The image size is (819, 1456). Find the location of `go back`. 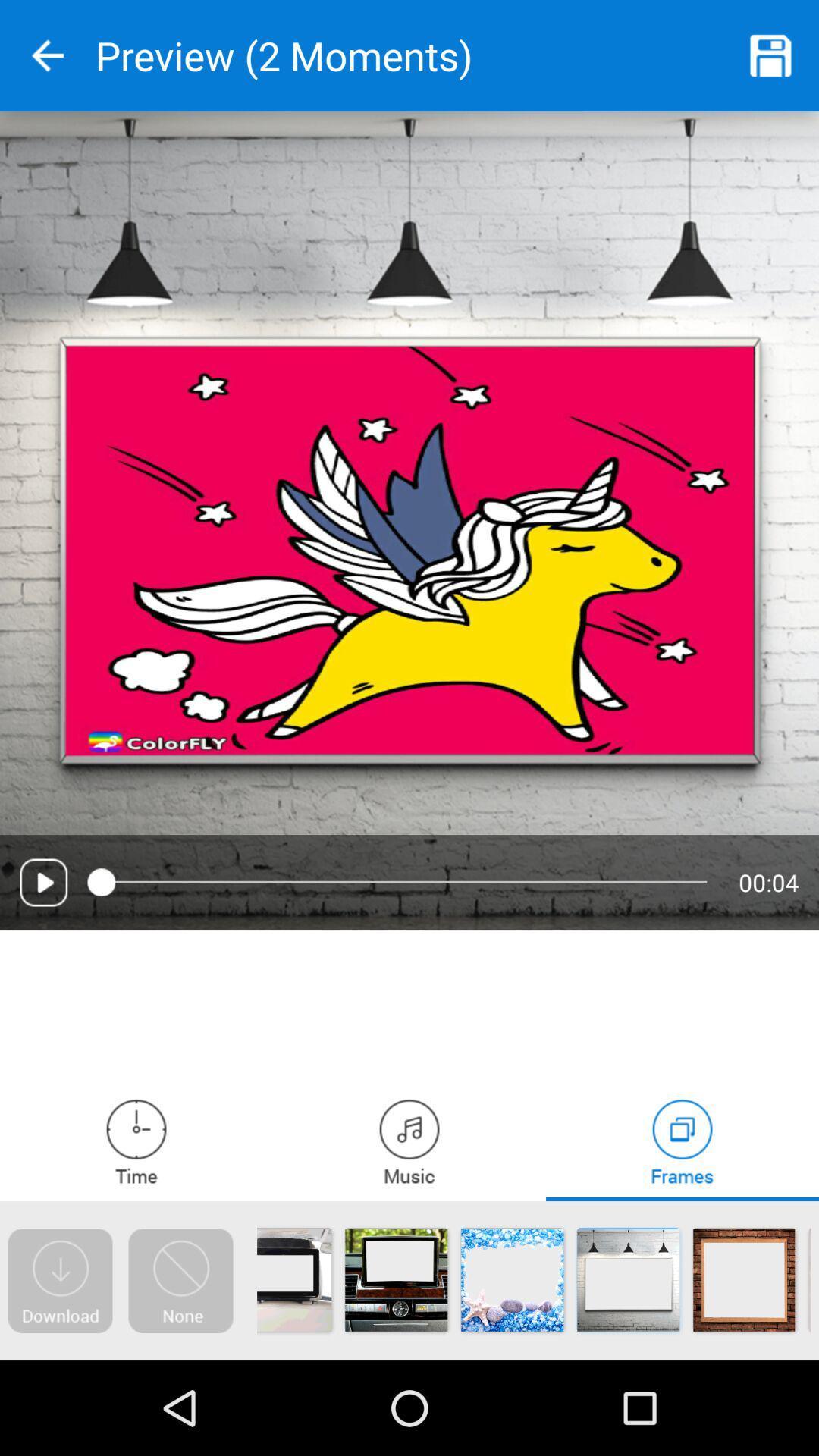

go back is located at coordinates (46, 55).